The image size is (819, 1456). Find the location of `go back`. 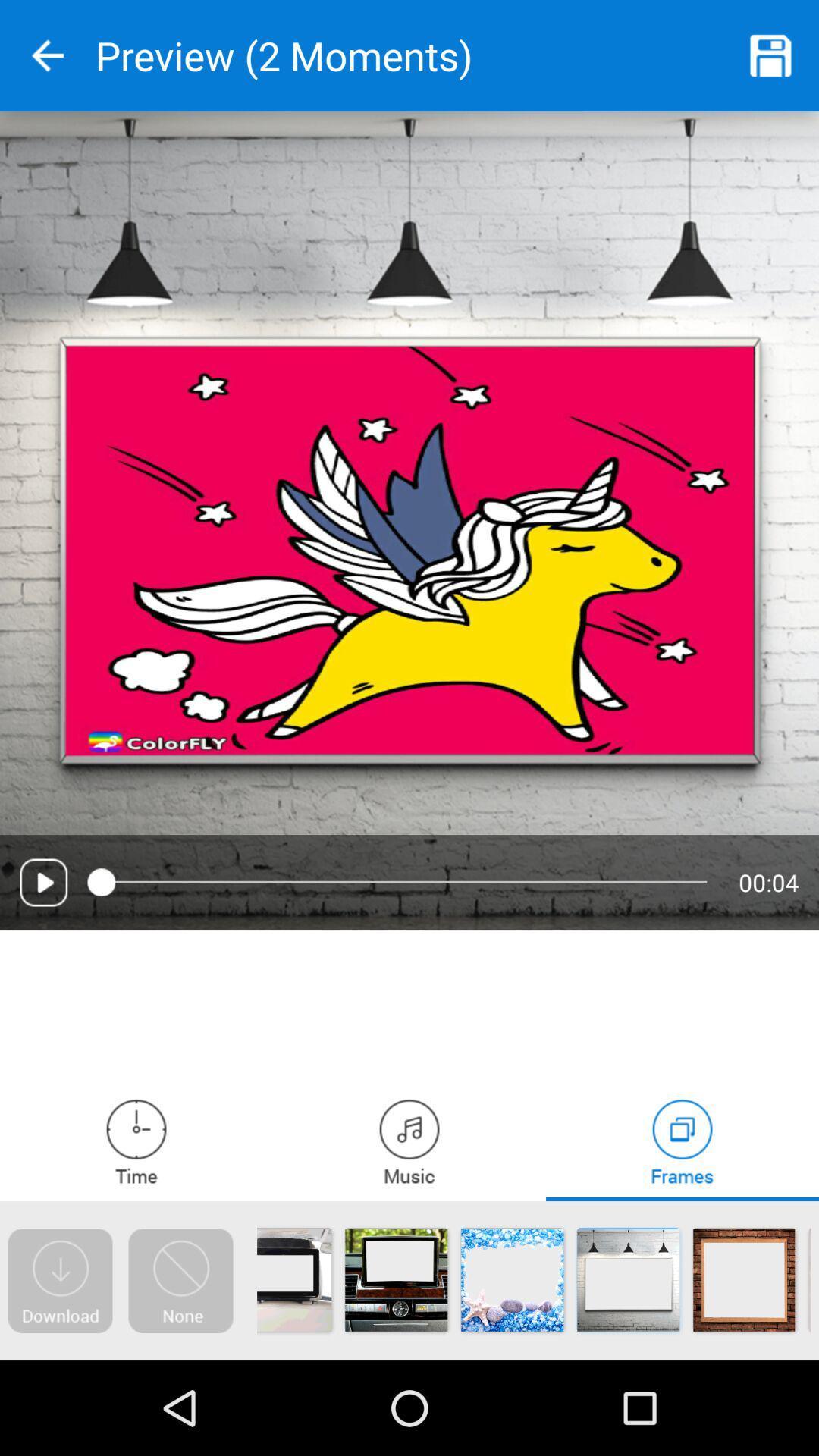

go back is located at coordinates (46, 55).